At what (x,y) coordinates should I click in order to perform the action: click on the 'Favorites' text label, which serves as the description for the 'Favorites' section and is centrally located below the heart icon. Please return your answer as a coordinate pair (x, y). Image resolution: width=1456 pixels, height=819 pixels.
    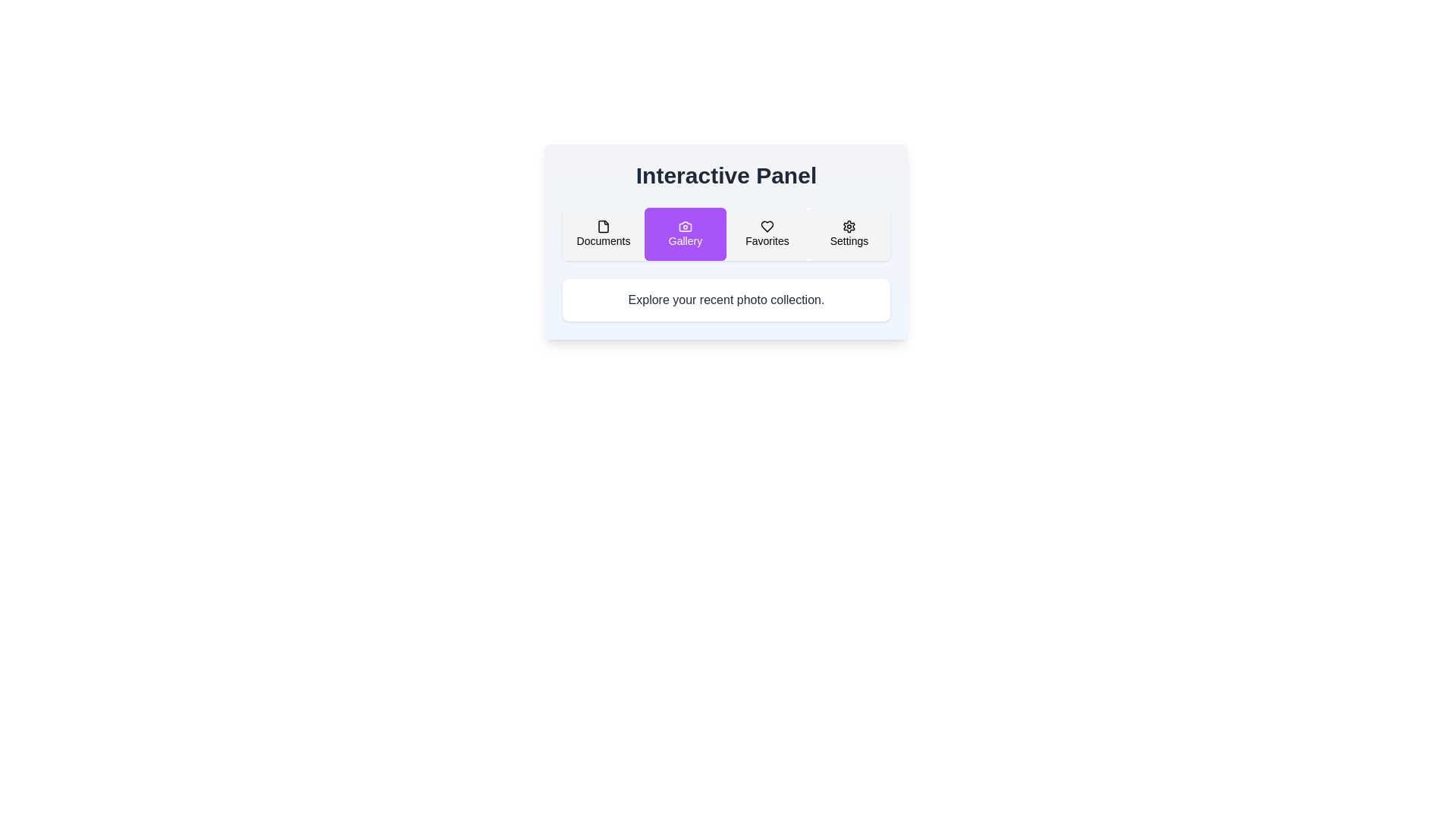
    Looking at the image, I should click on (767, 240).